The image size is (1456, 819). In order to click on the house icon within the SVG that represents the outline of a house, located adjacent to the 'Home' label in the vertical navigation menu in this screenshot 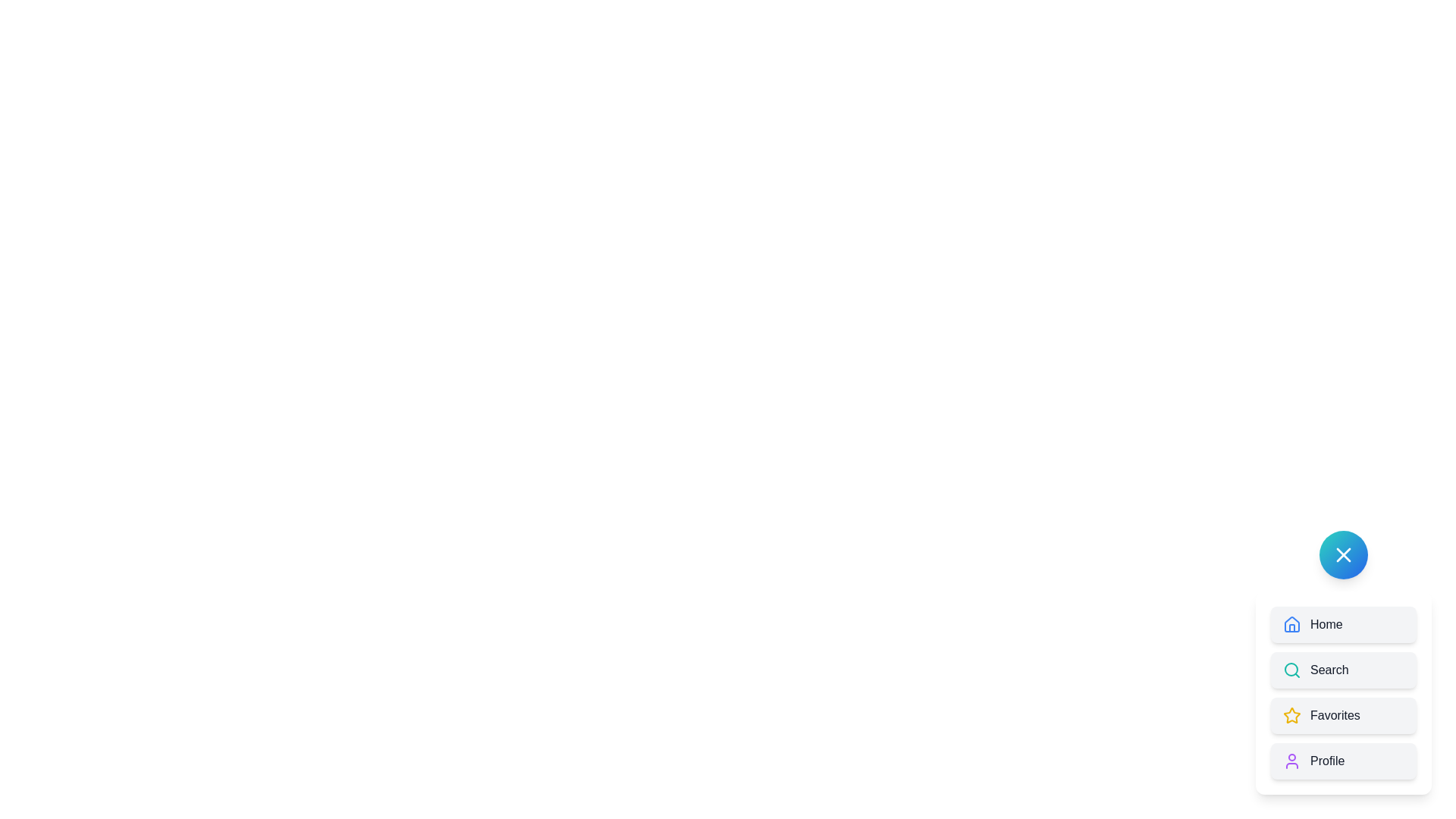, I will do `click(1291, 623)`.